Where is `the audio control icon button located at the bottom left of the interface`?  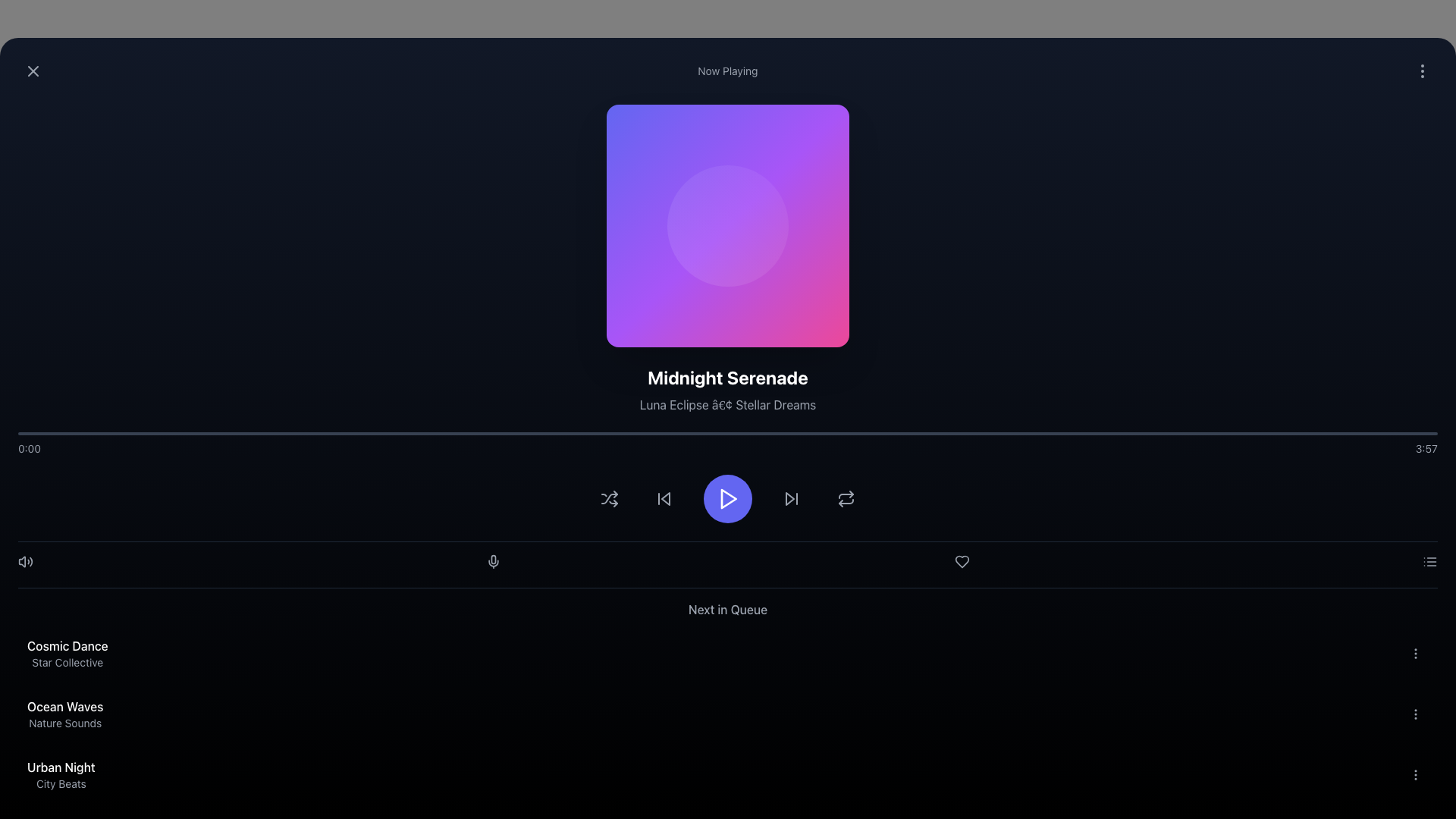
the audio control icon button located at the bottom left of the interface is located at coordinates (25, 561).